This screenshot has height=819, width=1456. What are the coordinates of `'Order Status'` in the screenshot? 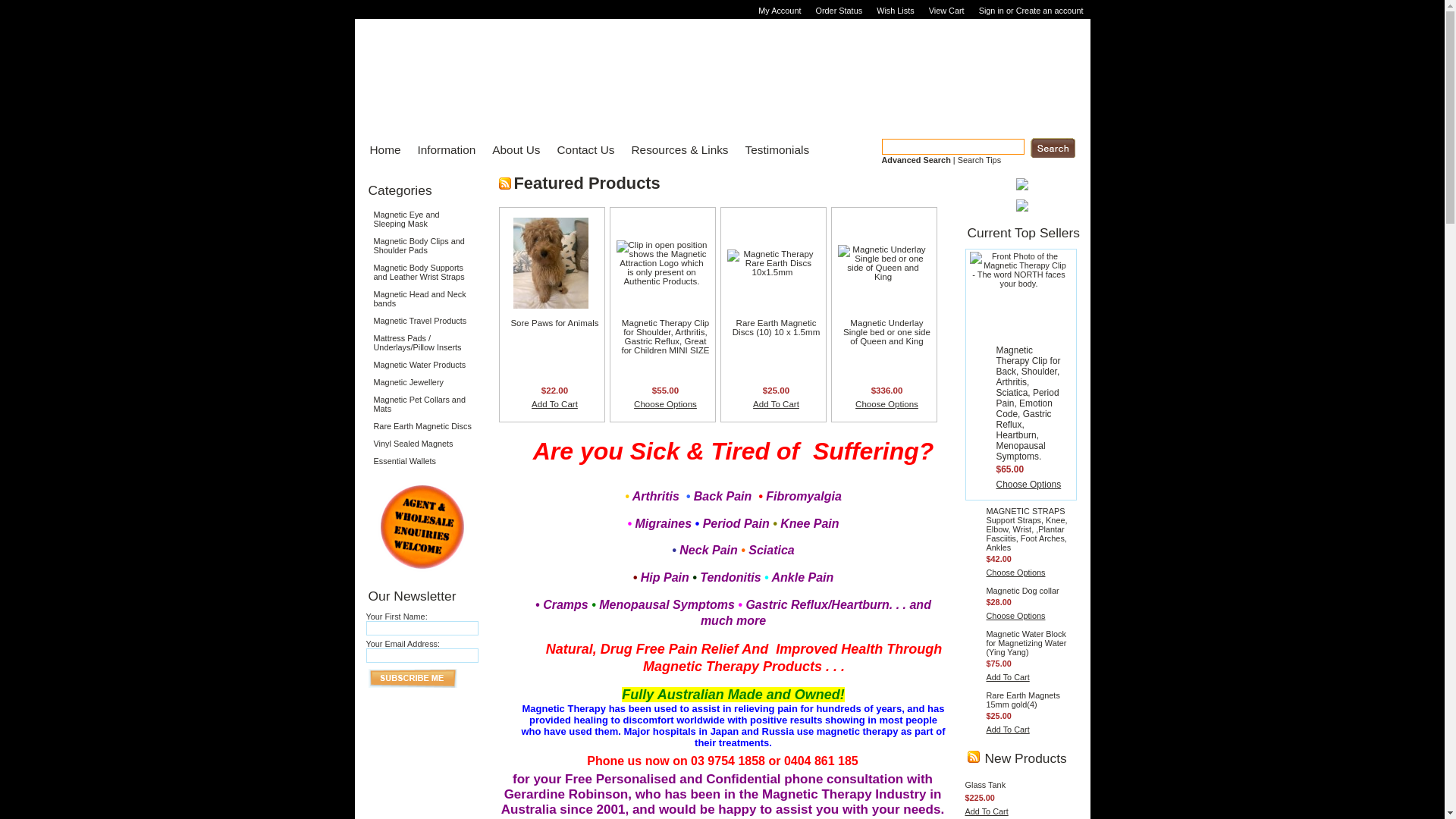 It's located at (839, 11).